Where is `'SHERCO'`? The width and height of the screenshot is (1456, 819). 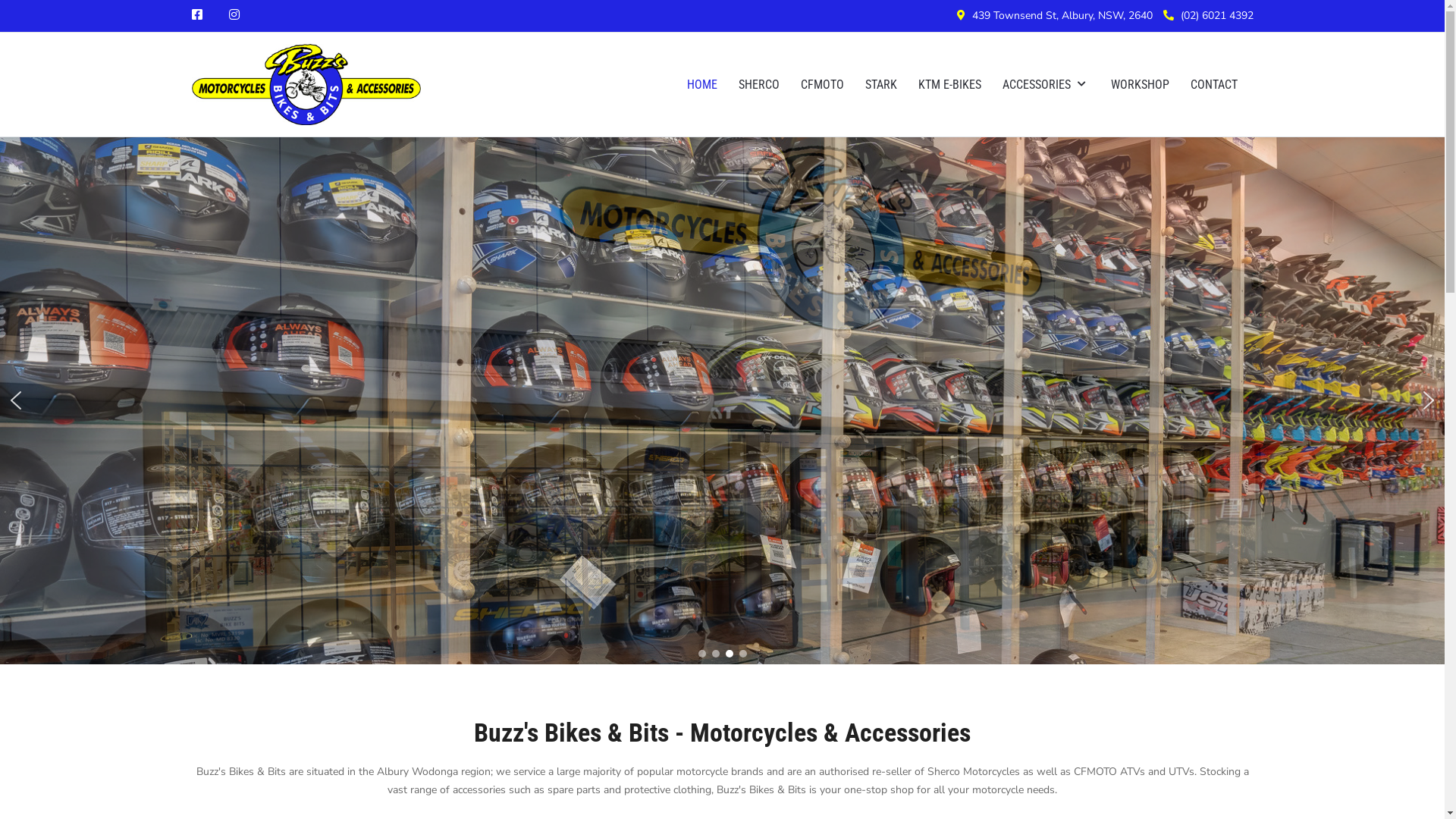 'SHERCO' is located at coordinates (759, 84).